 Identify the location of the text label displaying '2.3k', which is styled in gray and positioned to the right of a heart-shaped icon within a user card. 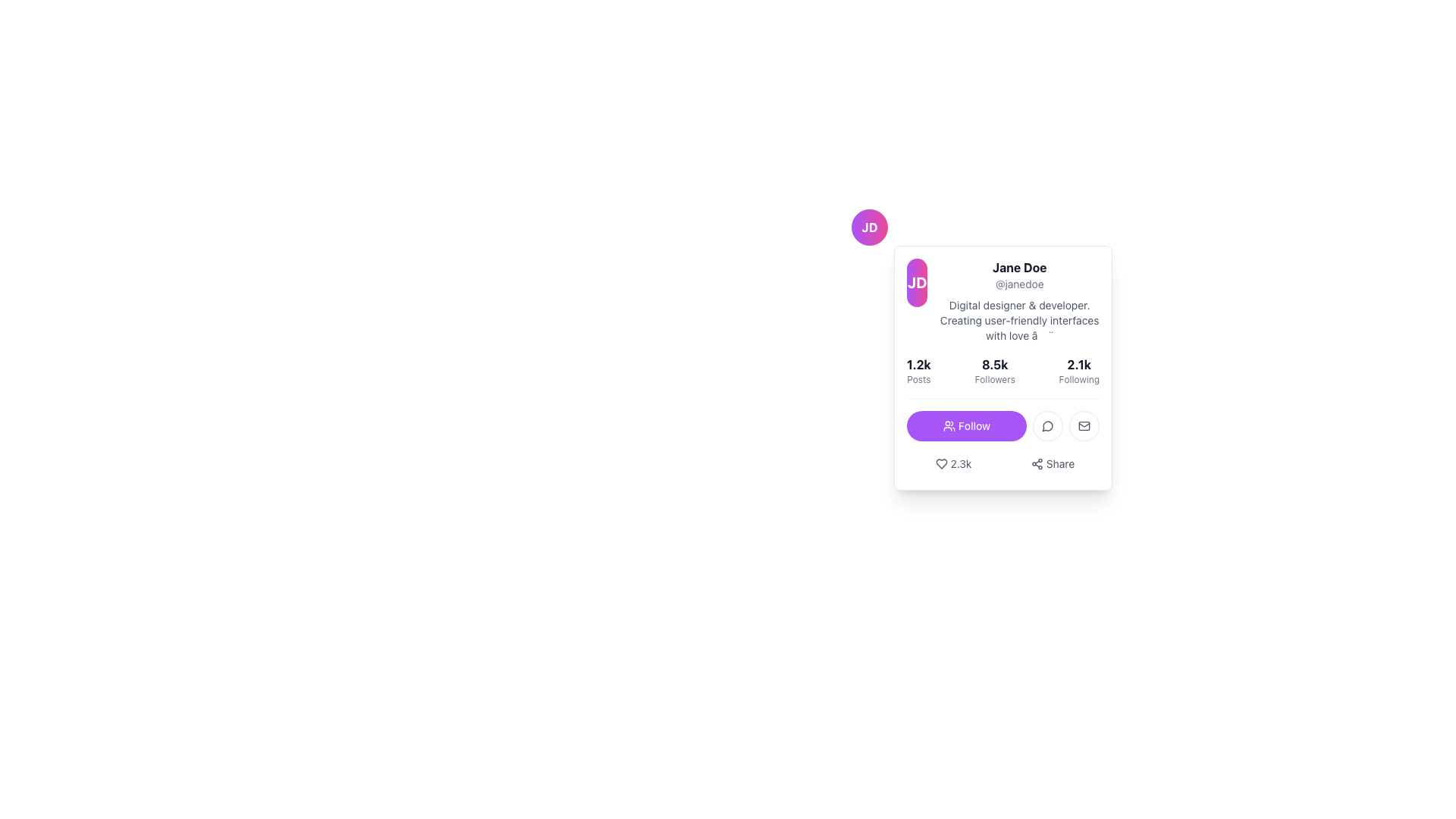
(960, 463).